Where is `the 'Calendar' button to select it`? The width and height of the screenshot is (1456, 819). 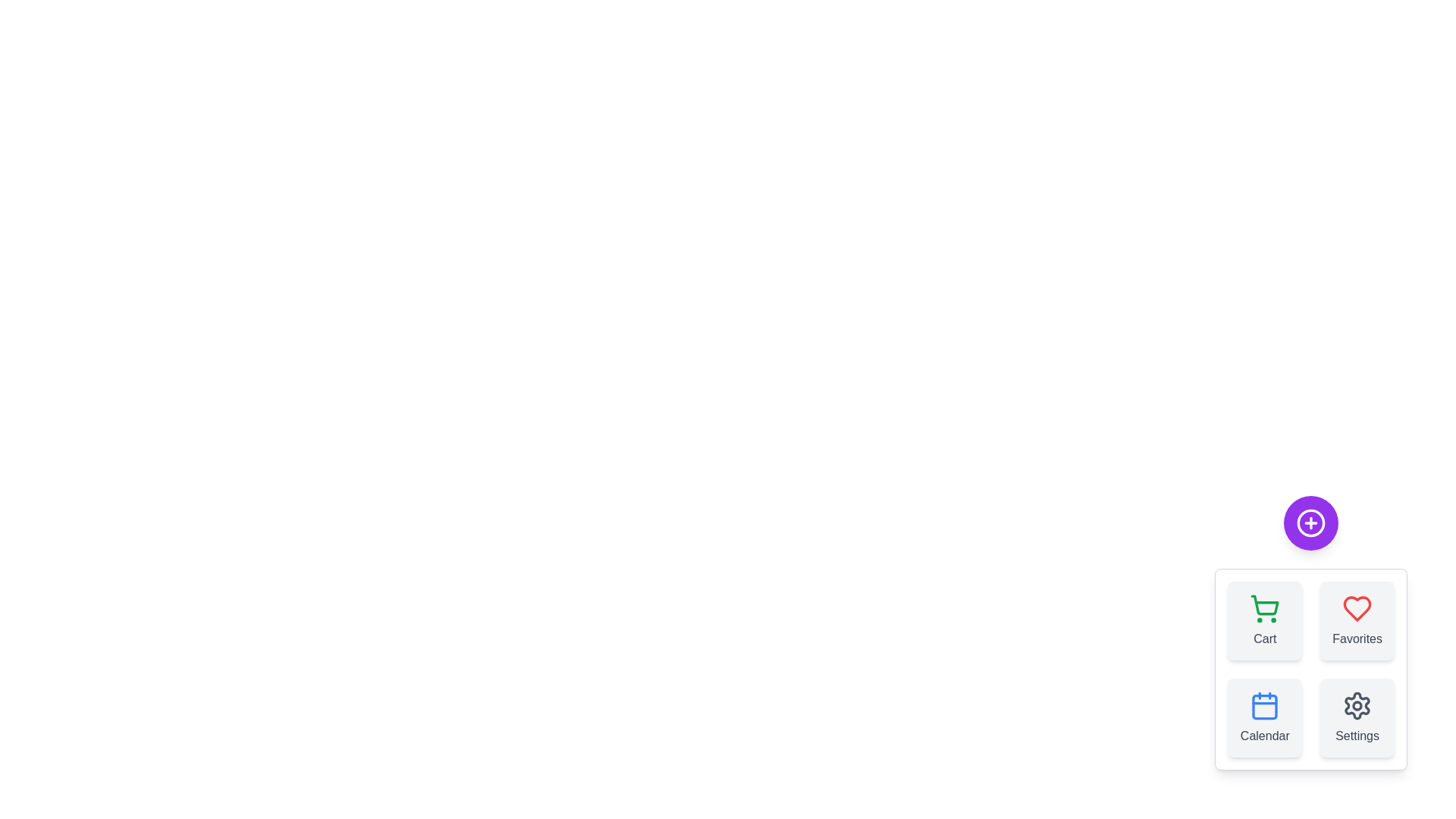 the 'Calendar' button to select it is located at coordinates (1265, 717).